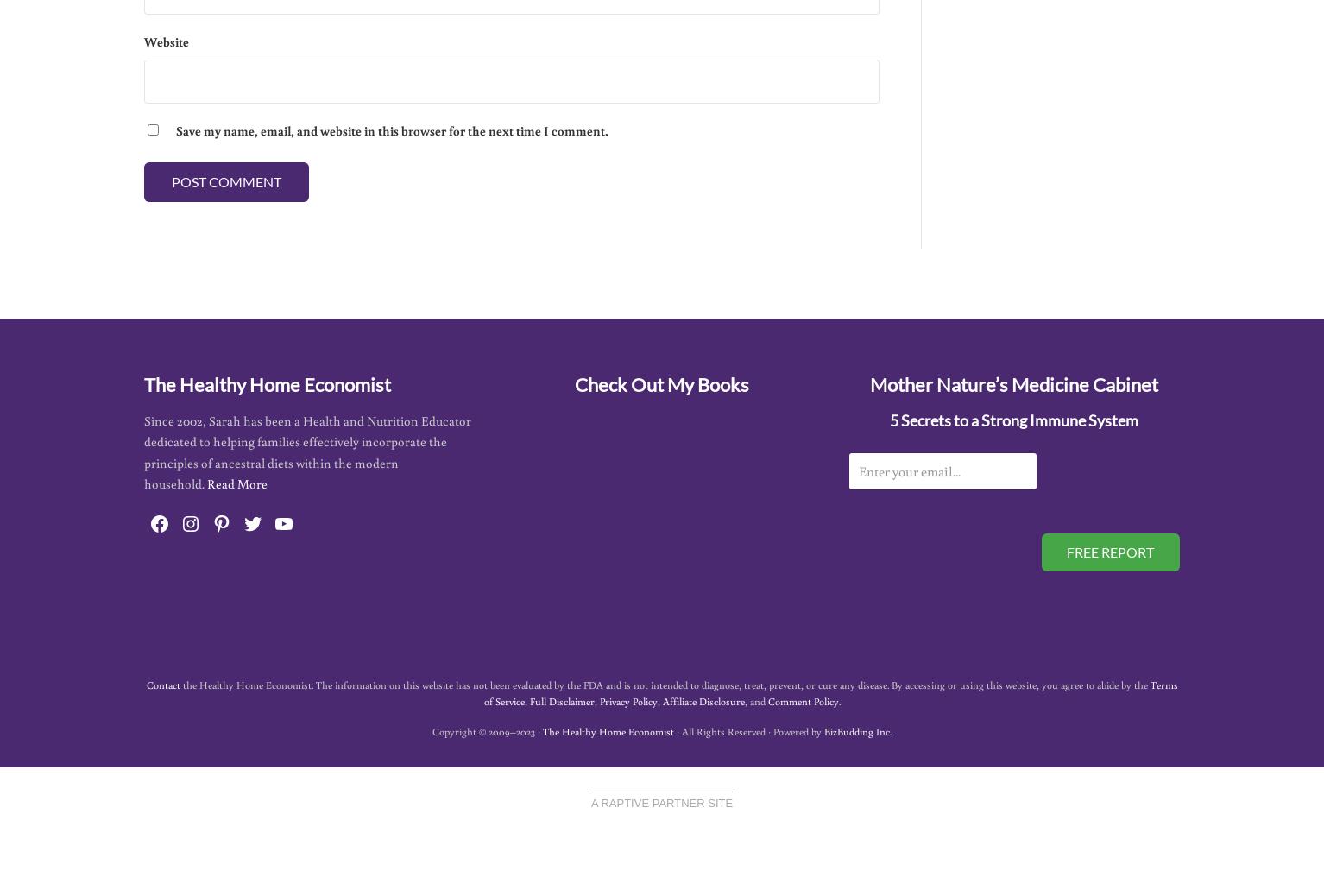 This screenshot has height=896, width=1324. I want to click on 'Terms of Service', so click(829, 691).